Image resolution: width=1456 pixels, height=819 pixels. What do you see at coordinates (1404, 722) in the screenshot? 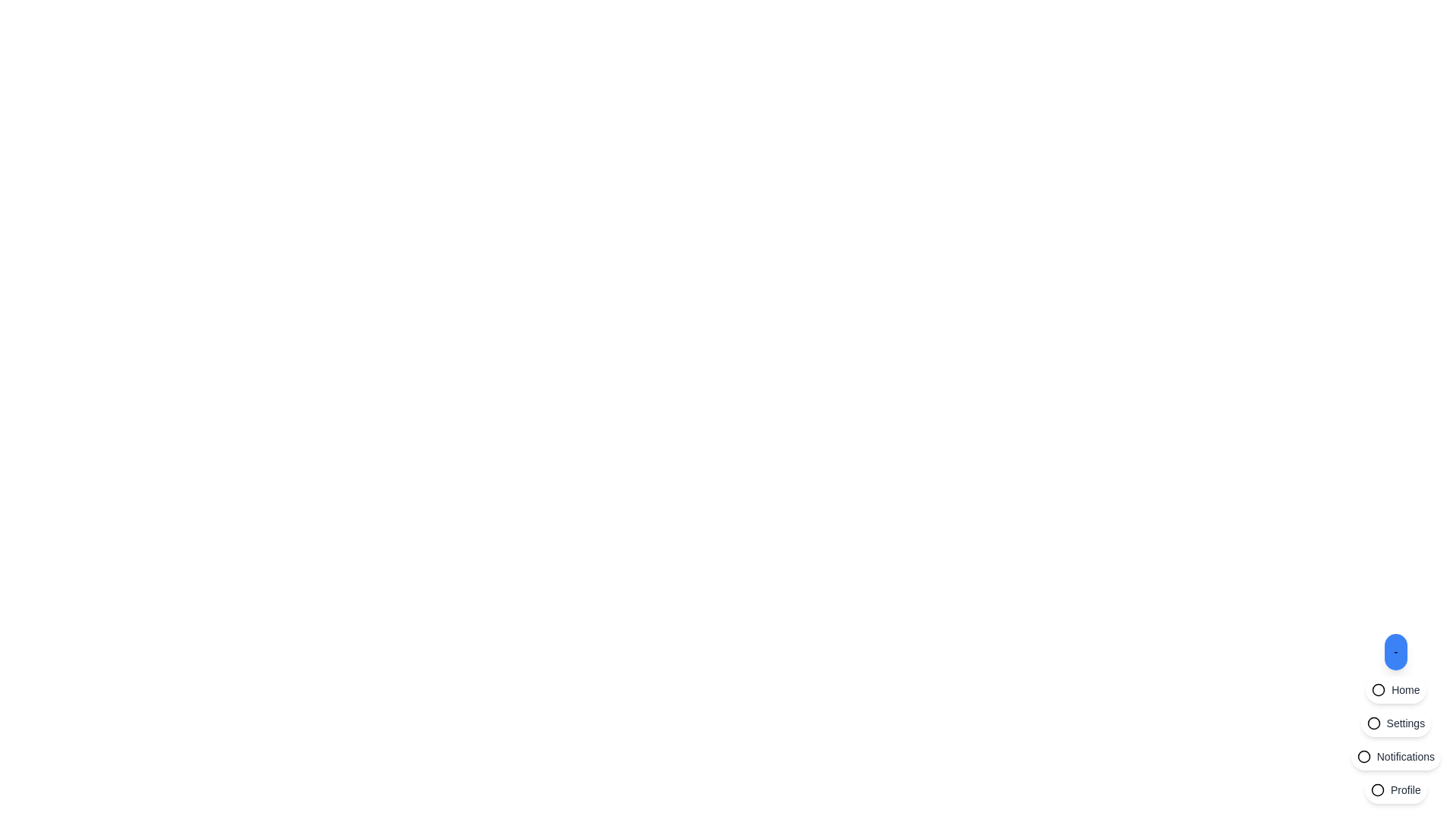
I see `the 'Settings' text label in the navigation menu, which is the second option in the vertically aligned list of options` at bounding box center [1404, 722].